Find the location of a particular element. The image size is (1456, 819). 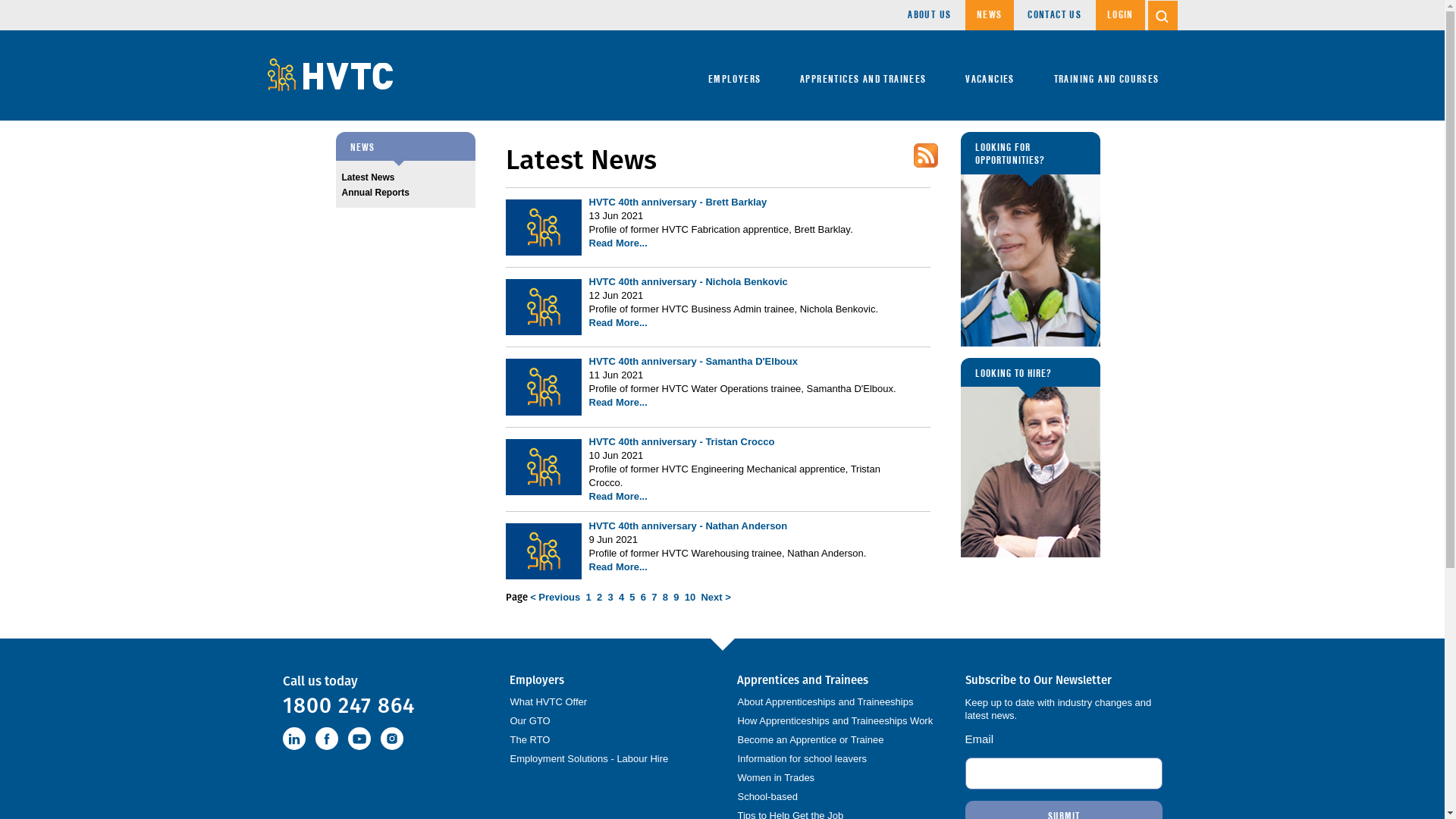

'APPRENTICES AND TRAINEES' is located at coordinates (863, 75).